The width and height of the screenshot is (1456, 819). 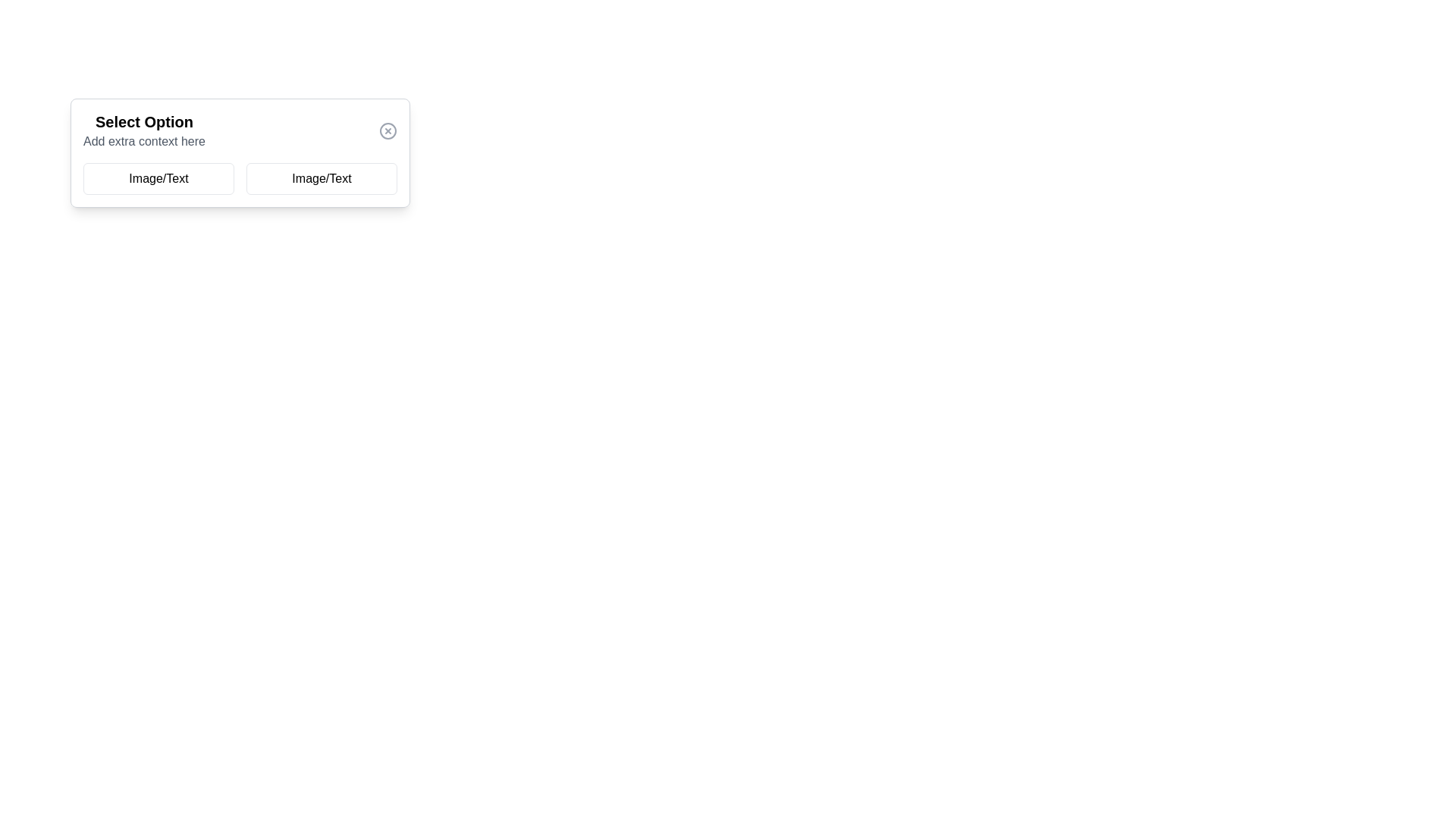 What do you see at coordinates (158, 177) in the screenshot?
I see `the leftmost Selectable Option Item below the 'Select Option' heading in the grid layout` at bounding box center [158, 177].